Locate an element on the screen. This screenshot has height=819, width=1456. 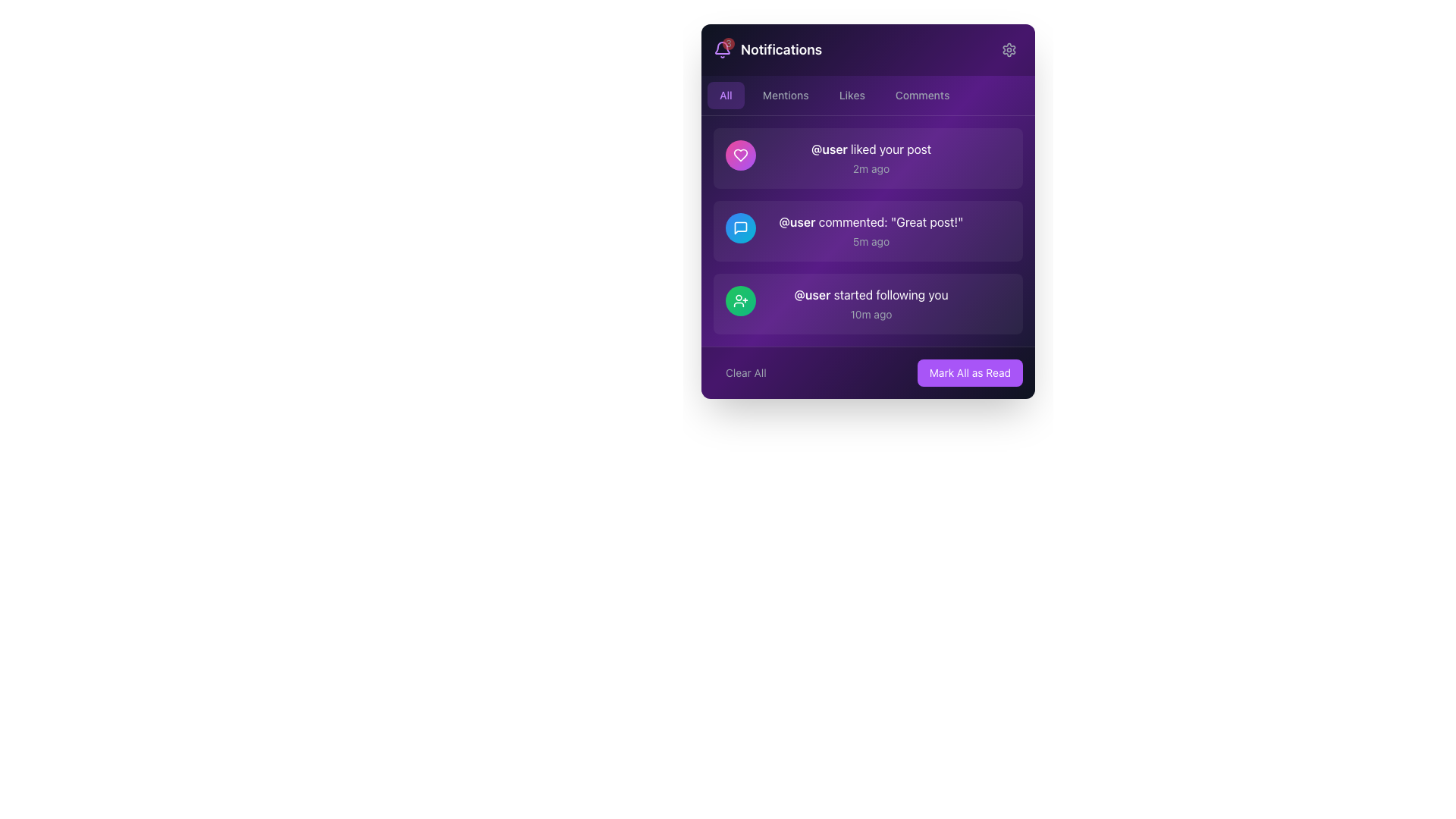
timestamp label that indicates the time elapsed since the notification was generated, located under the text stating '@user started following you.' in the third notification item from the top is located at coordinates (871, 314).